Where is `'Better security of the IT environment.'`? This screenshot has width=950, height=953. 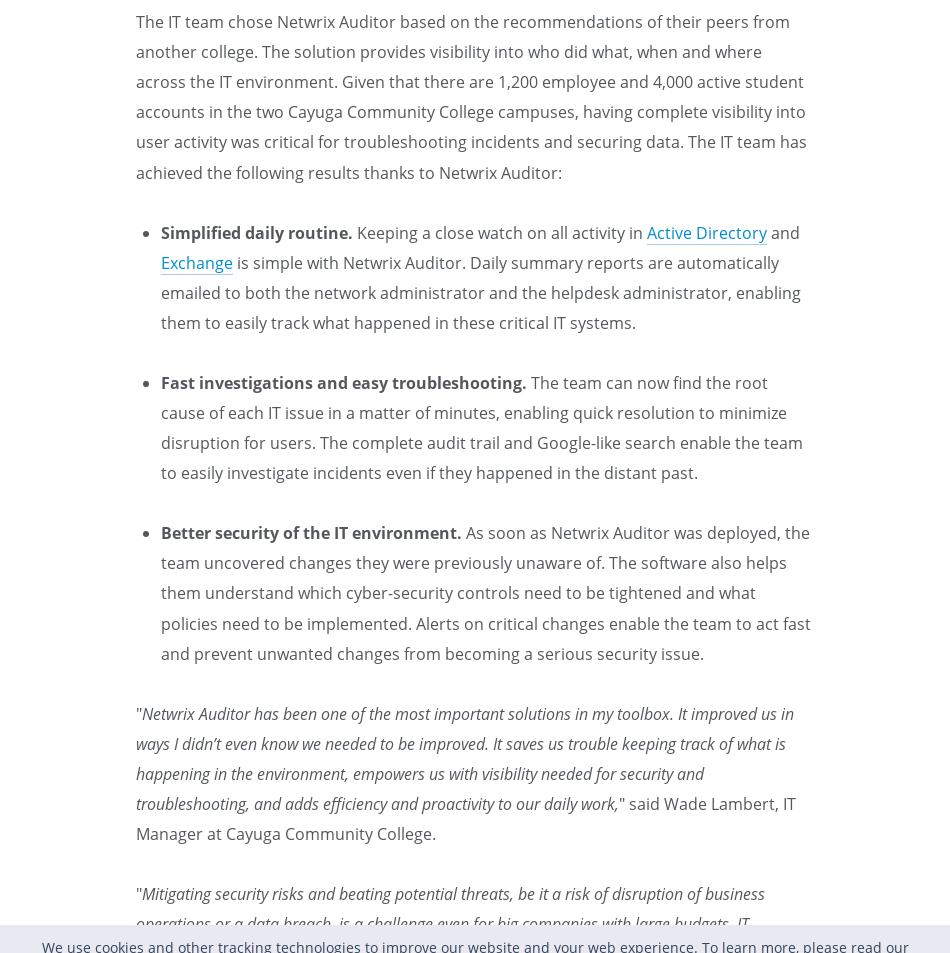
'Better security of the IT environment.' is located at coordinates (310, 533).